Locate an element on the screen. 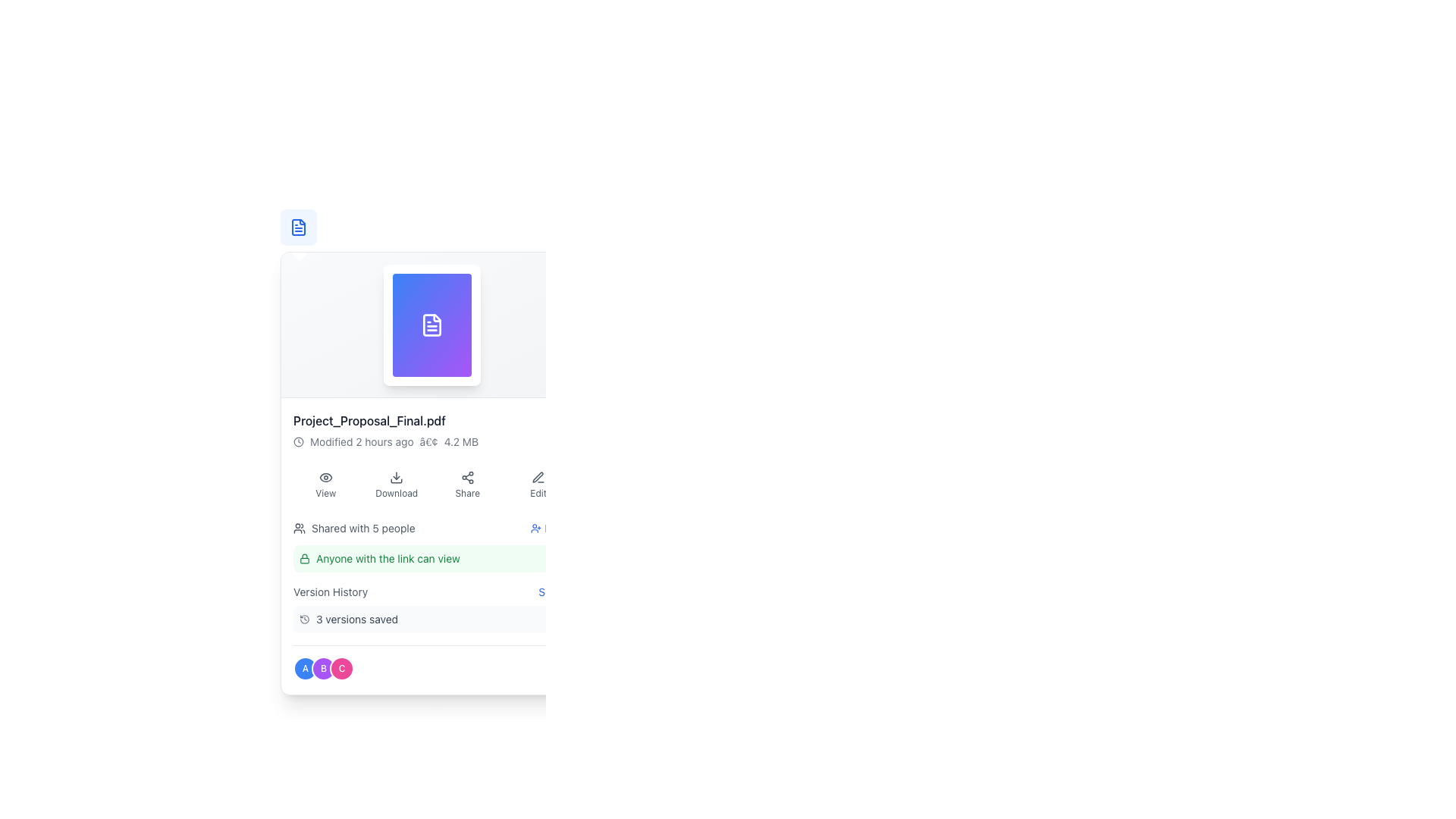 The width and height of the screenshot is (1456, 819). the share icon, which is represented by a gray share symbol with a central node and three extending lines, located in the Share button beneath the file information is located at coordinates (466, 476).